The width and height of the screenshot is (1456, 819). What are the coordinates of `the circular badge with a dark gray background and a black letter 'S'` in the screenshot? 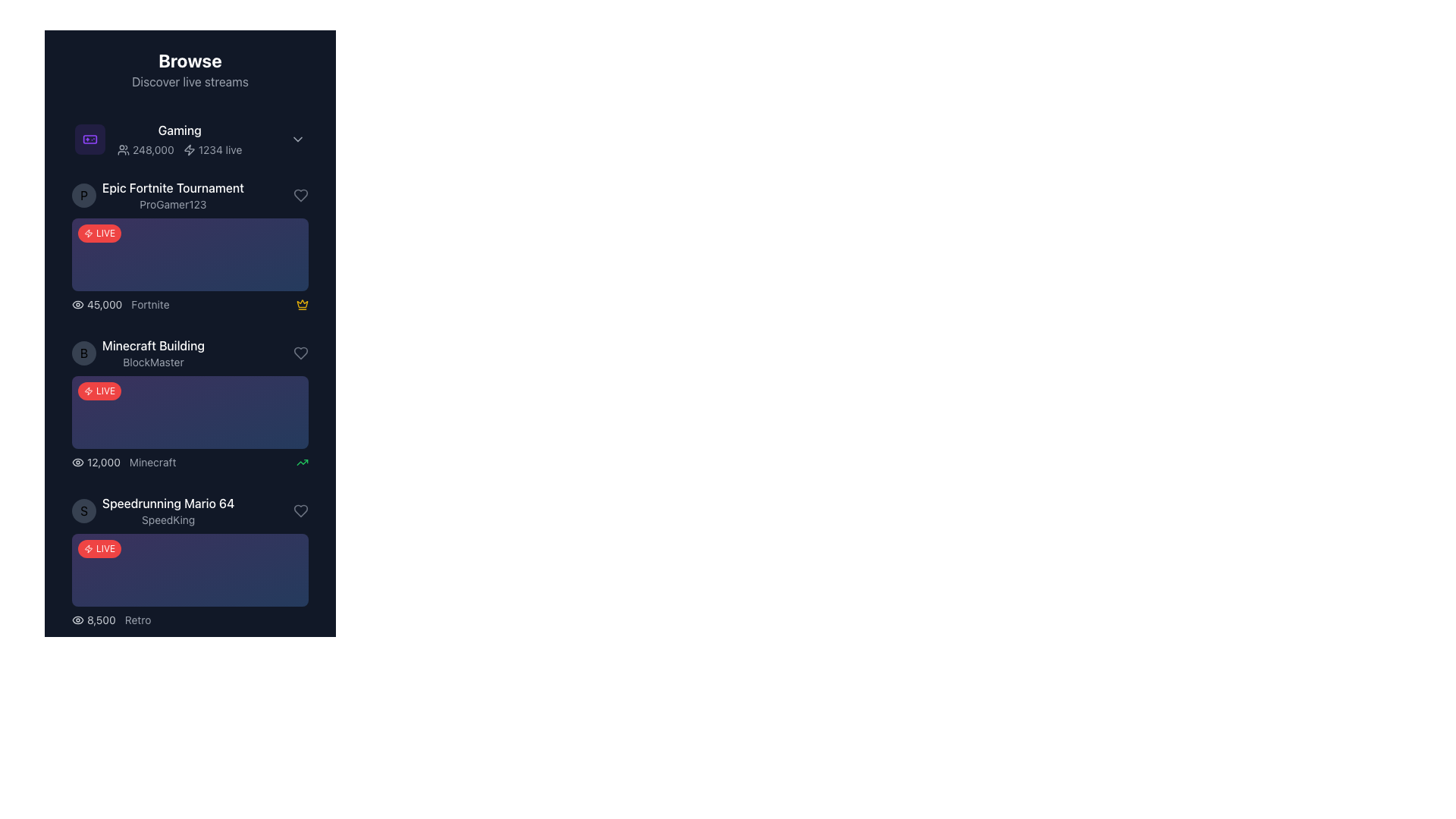 It's located at (83, 511).